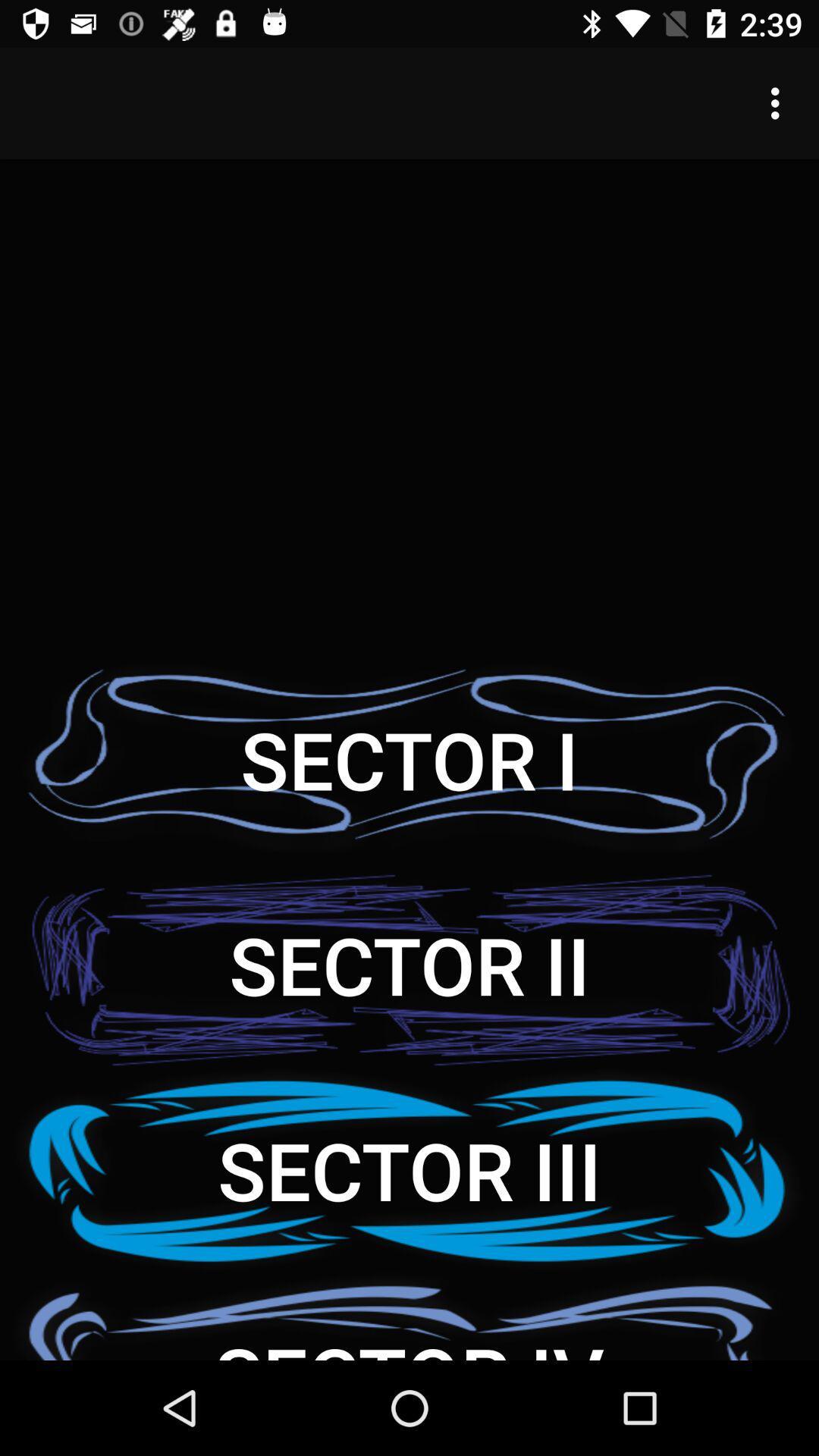 Image resolution: width=819 pixels, height=1456 pixels. I want to click on the item above sector i, so click(779, 102).